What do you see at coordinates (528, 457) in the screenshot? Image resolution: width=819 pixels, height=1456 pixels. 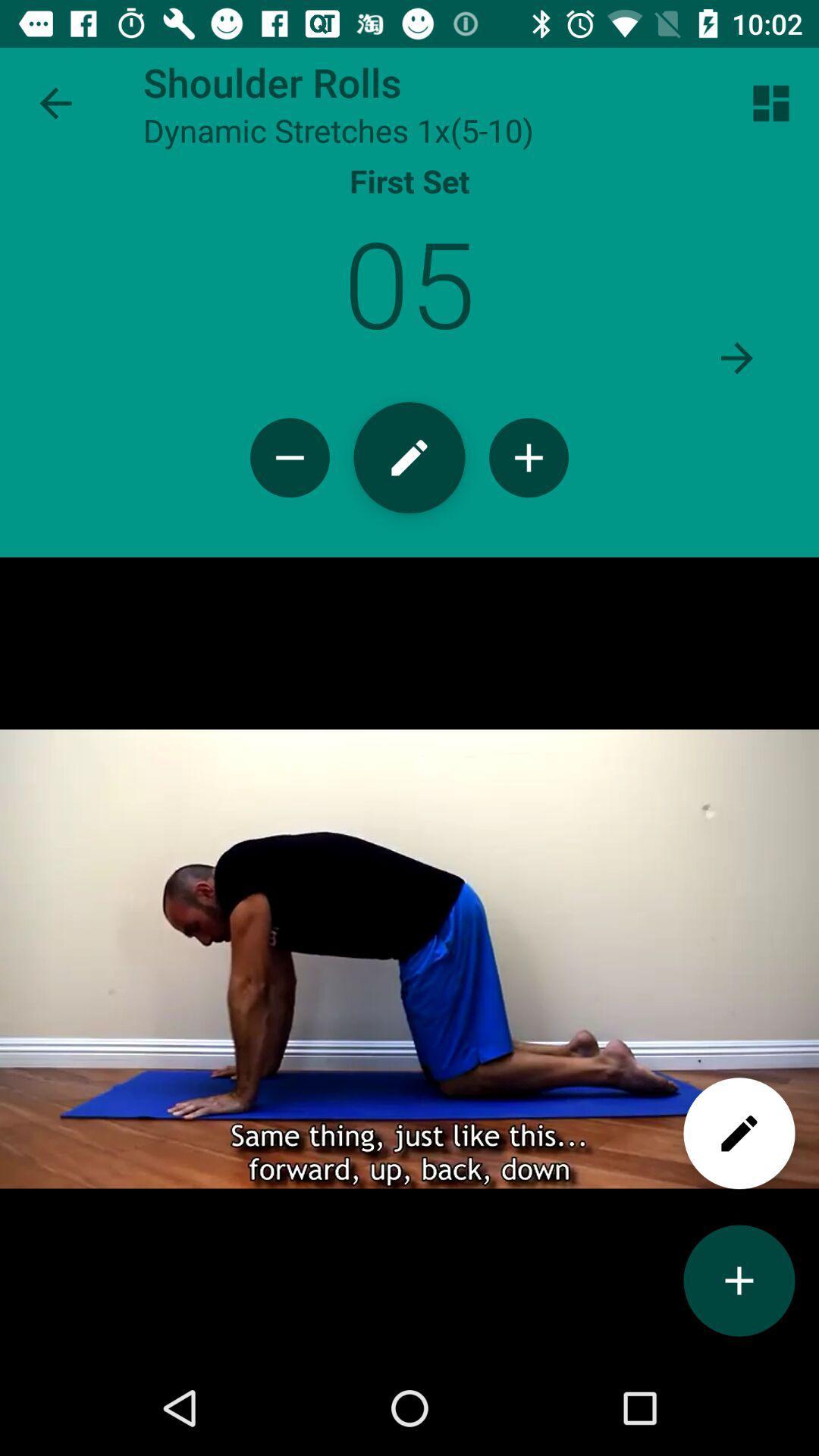 I see `the zoom` at bounding box center [528, 457].